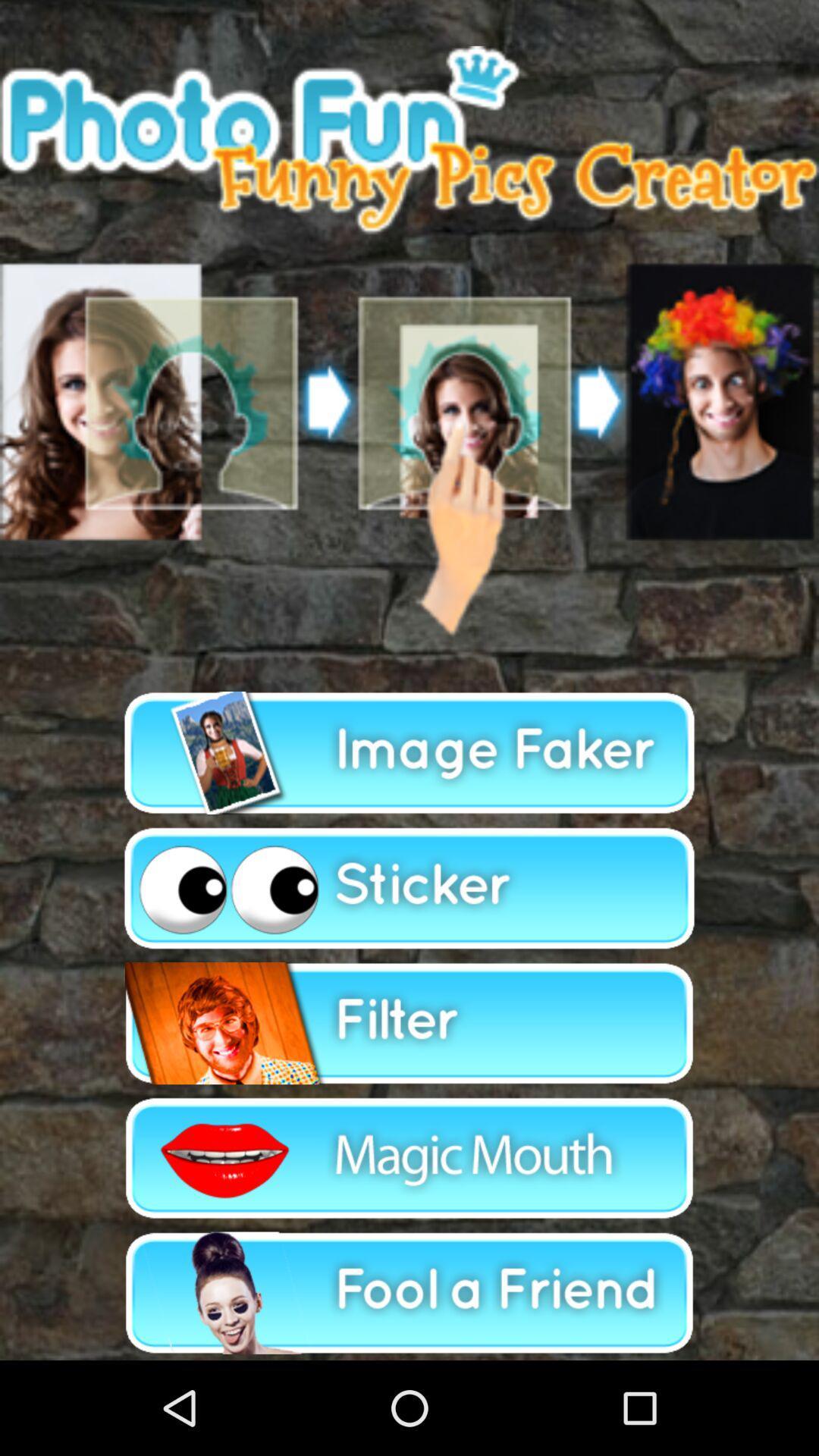 This screenshot has width=819, height=1456. Describe the element at coordinates (409, 753) in the screenshot. I see `pic creator` at that location.